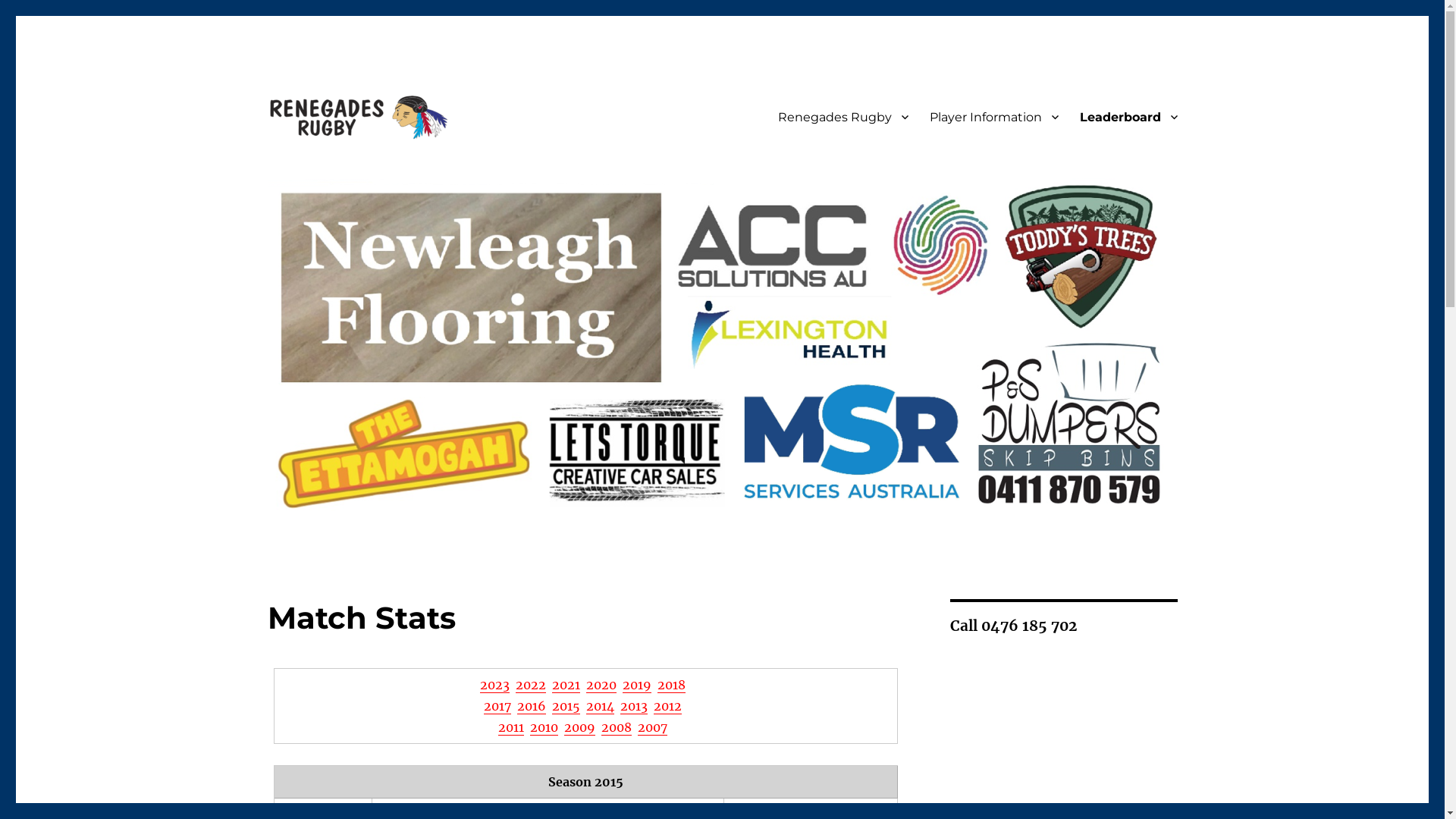 The width and height of the screenshot is (1456, 819). I want to click on 'Leaderboard', so click(1128, 116).